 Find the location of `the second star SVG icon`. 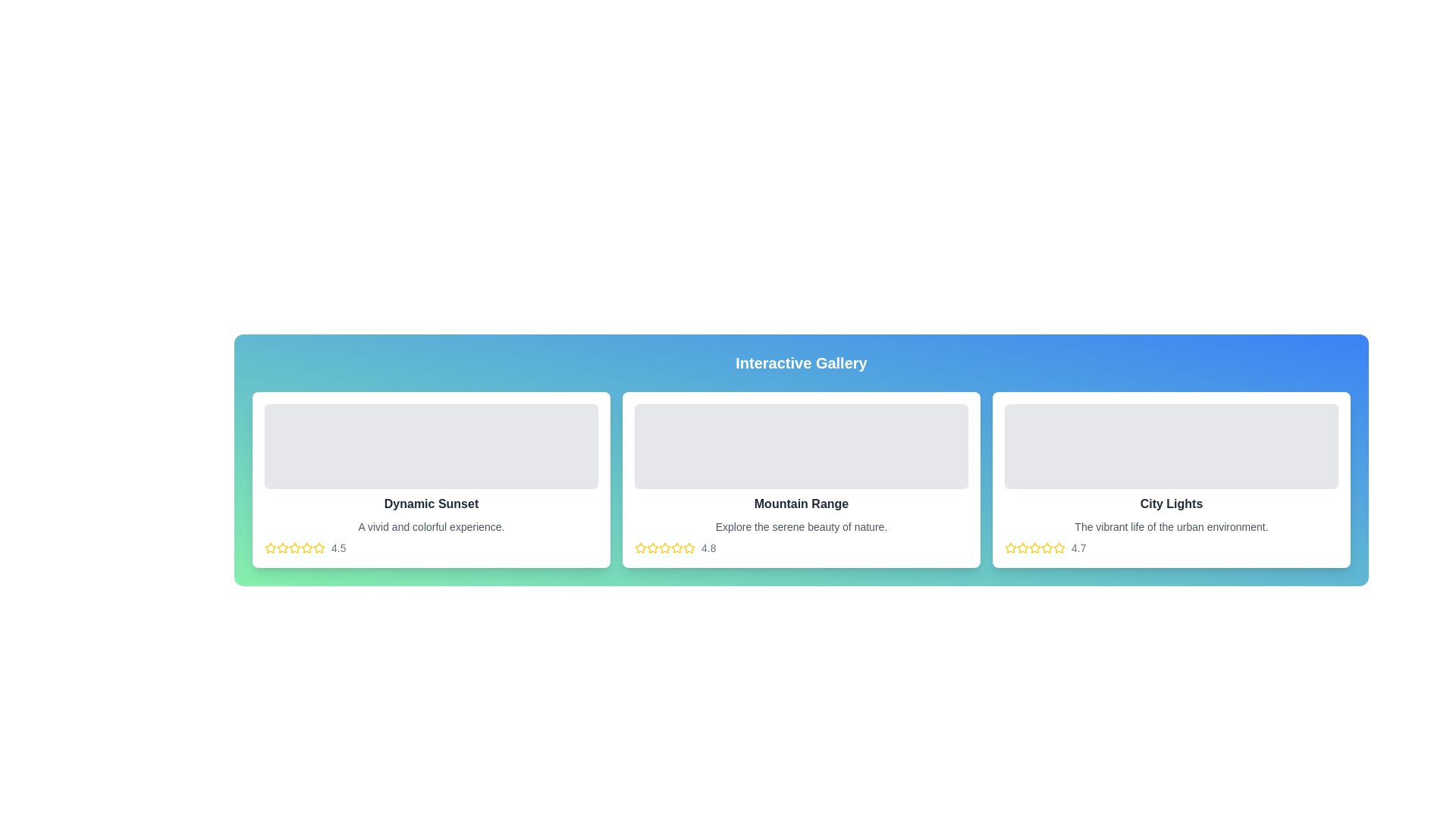

the second star SVG icon is located at coordinates (318, 548).